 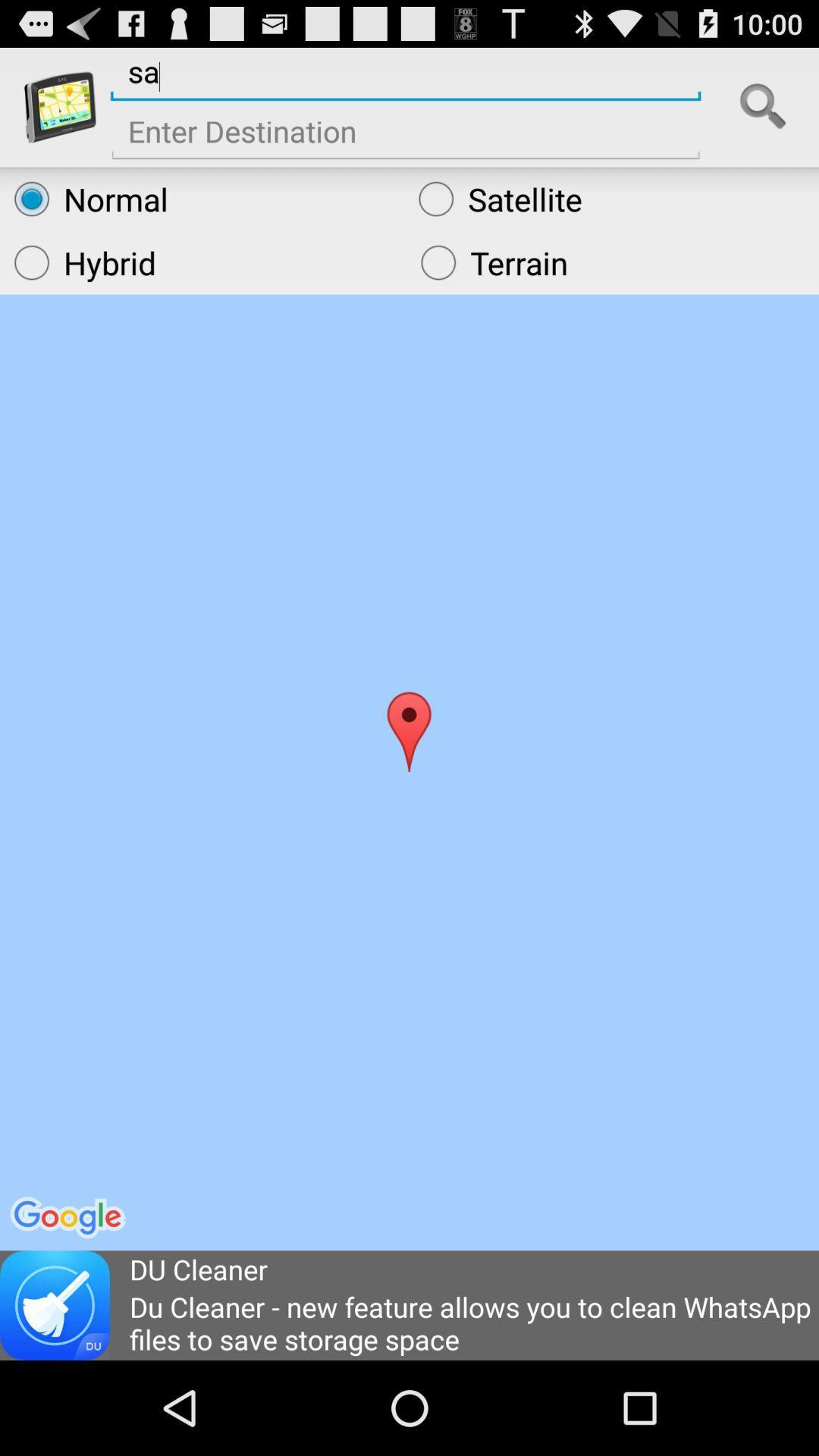 What do you see at coordinates (763, 106) in the screenshot?
I see `search the location` at bounding box center [763, 106].